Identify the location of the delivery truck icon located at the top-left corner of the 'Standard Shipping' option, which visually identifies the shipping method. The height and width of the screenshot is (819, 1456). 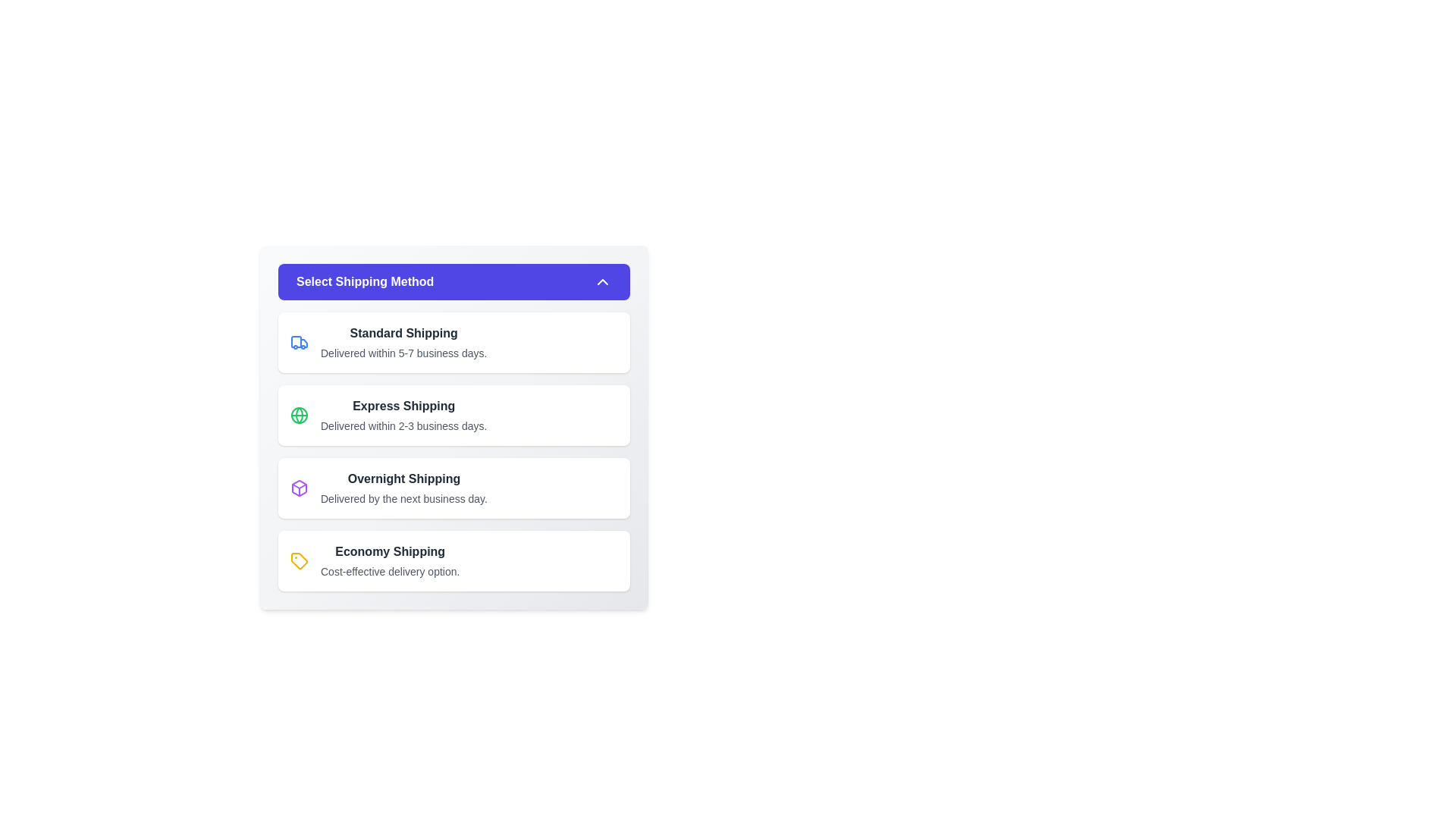
(299, 342).